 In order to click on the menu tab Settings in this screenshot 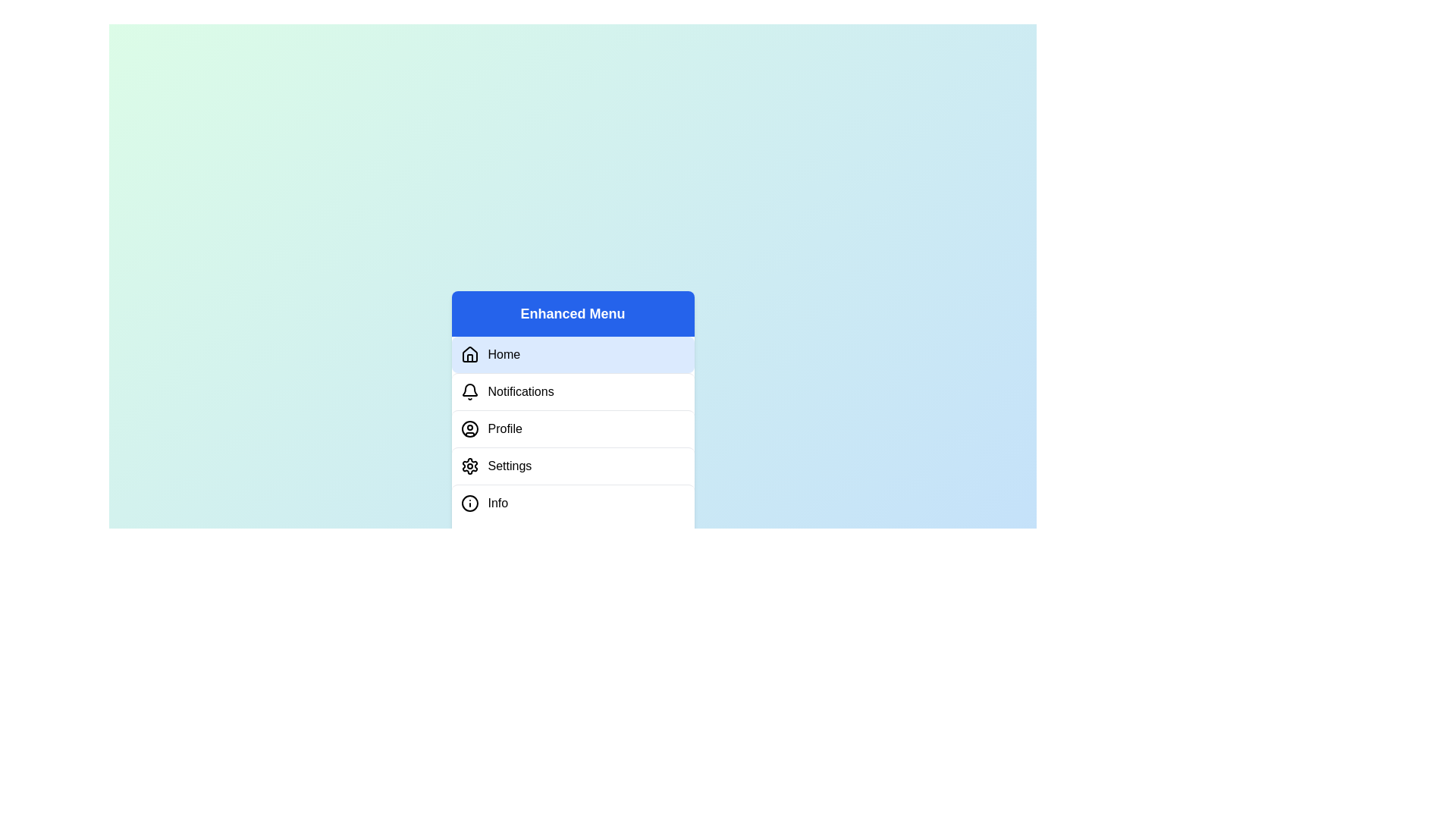, I will do `click(572, 465)`.